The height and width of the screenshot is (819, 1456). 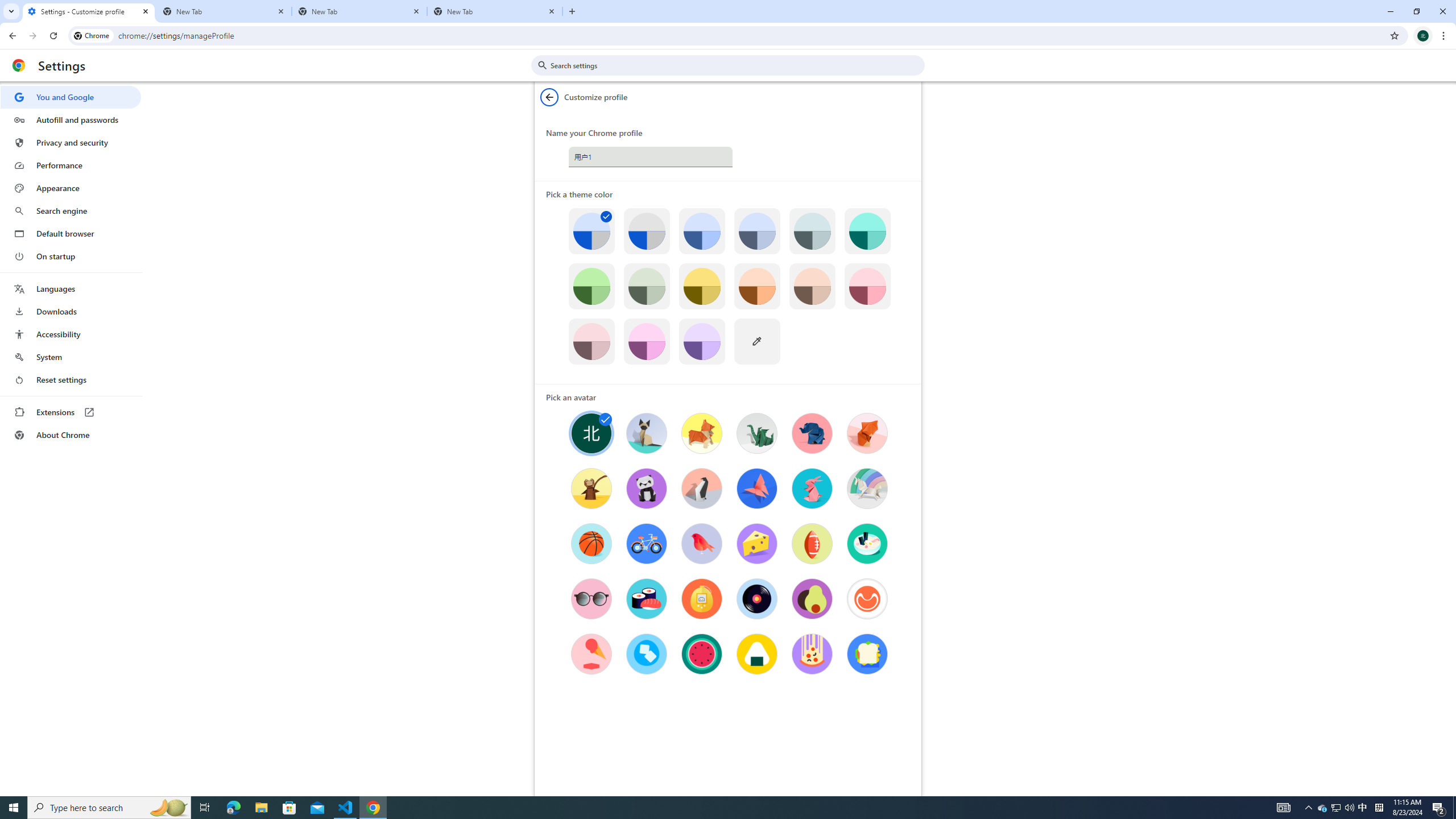 What do you see at coordinates (70, 289) in the screenshot?
I see `'Languages'` at bounding box center [70, 289].